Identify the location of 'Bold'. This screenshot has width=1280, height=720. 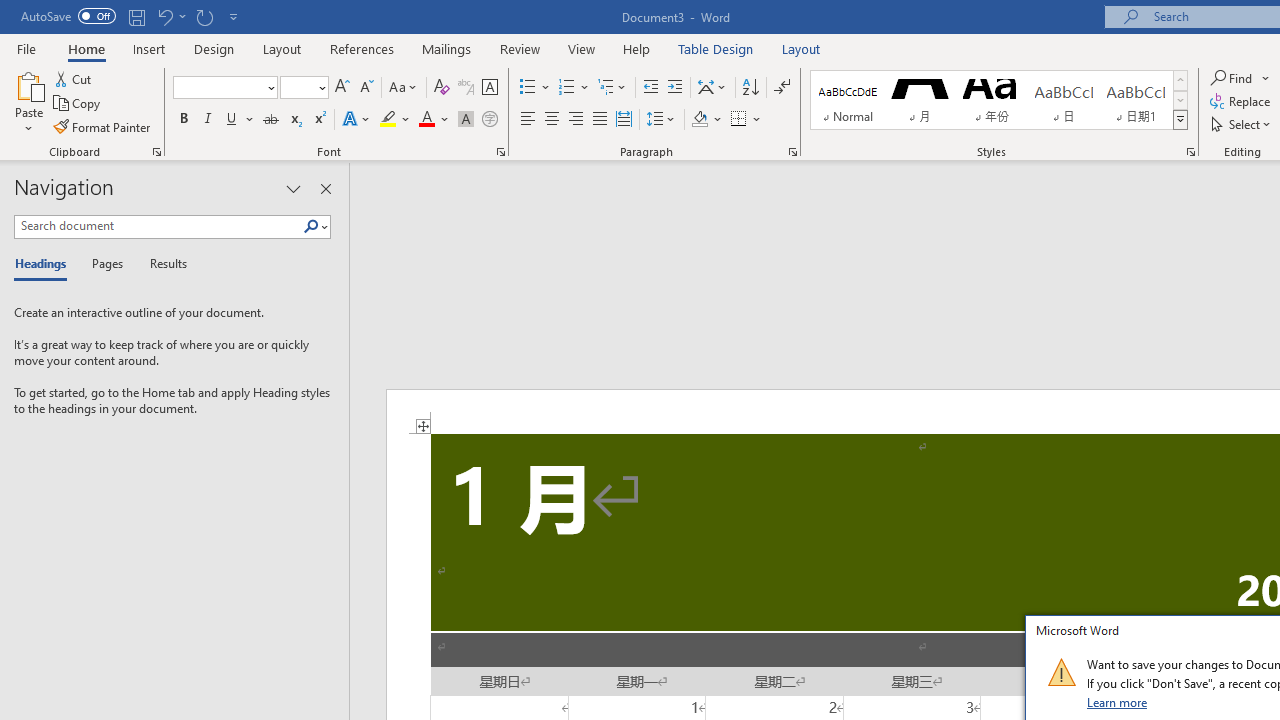
(183, 119).